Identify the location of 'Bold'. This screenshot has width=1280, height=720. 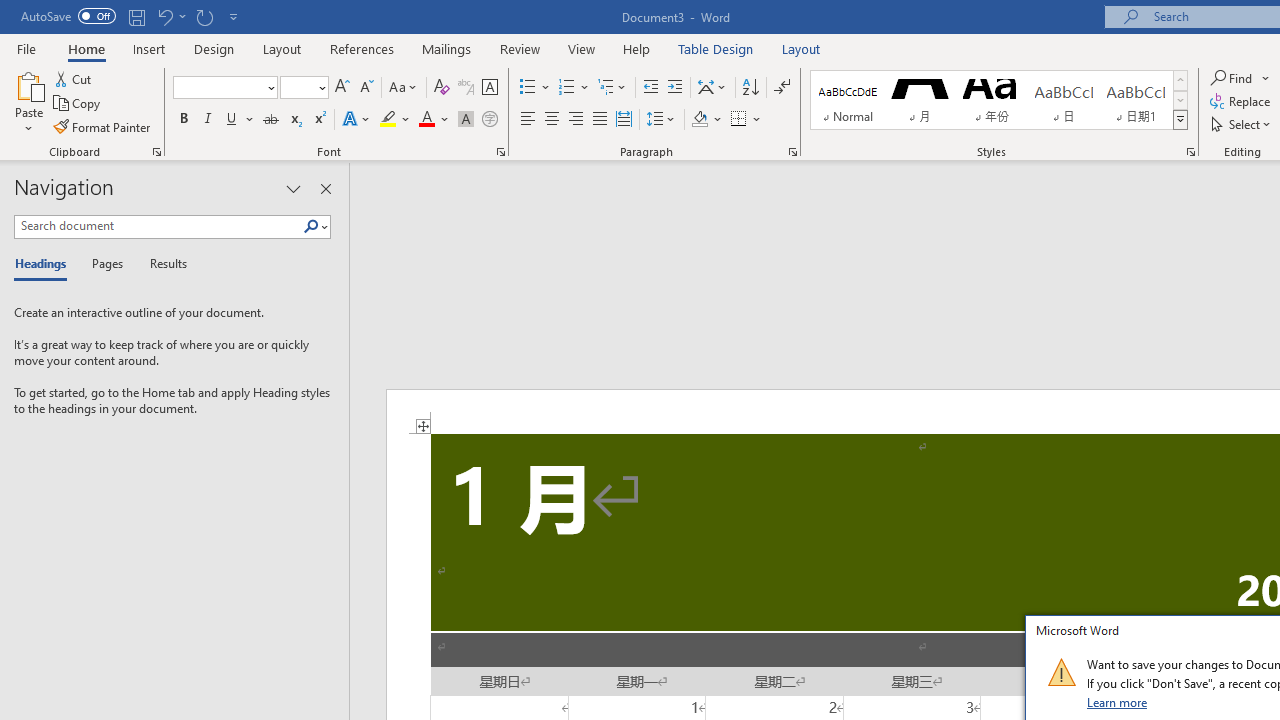
(183, 119).